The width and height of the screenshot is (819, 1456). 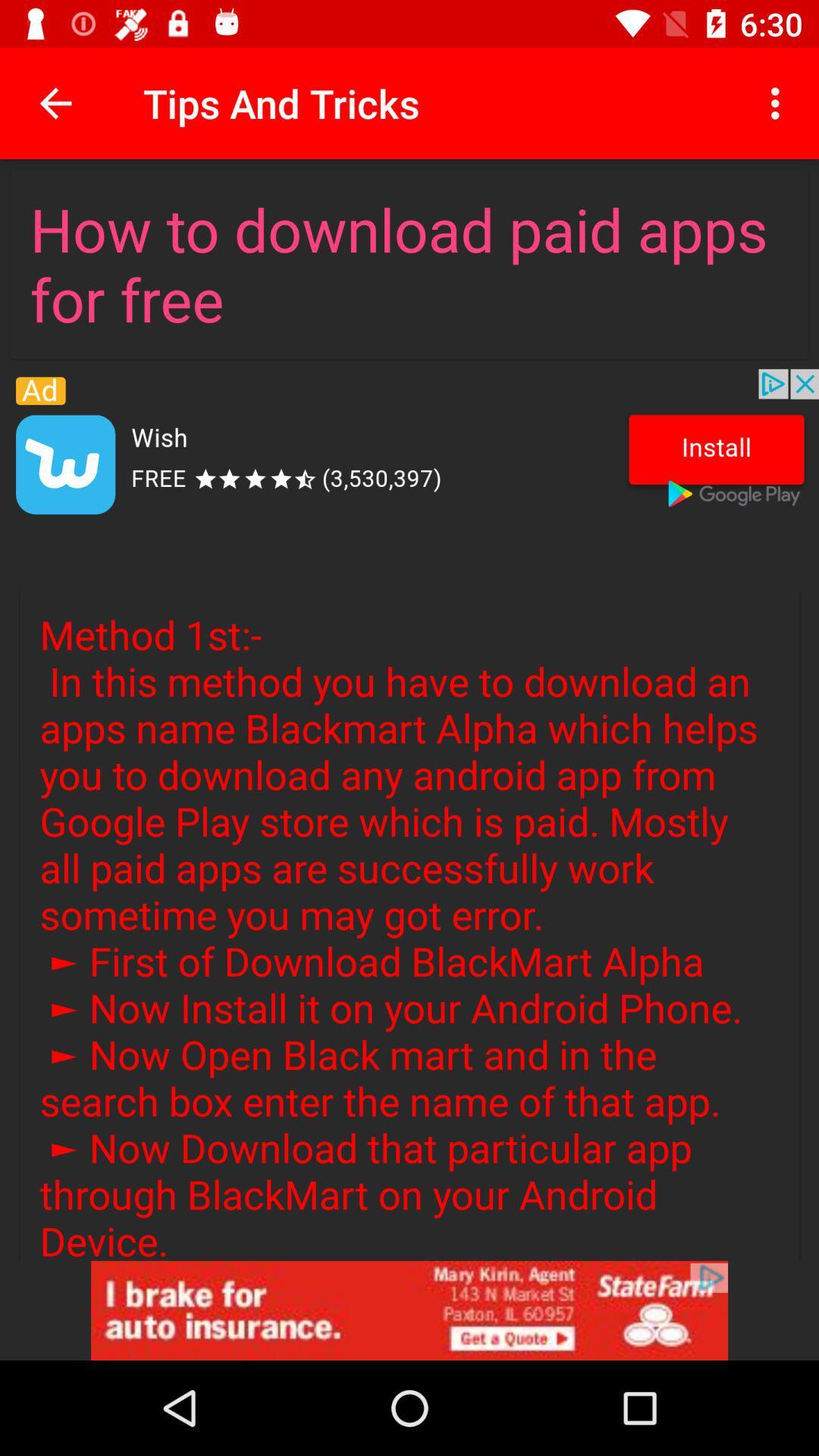 I want to click on an advertisement, so click(x=409, y=1310).